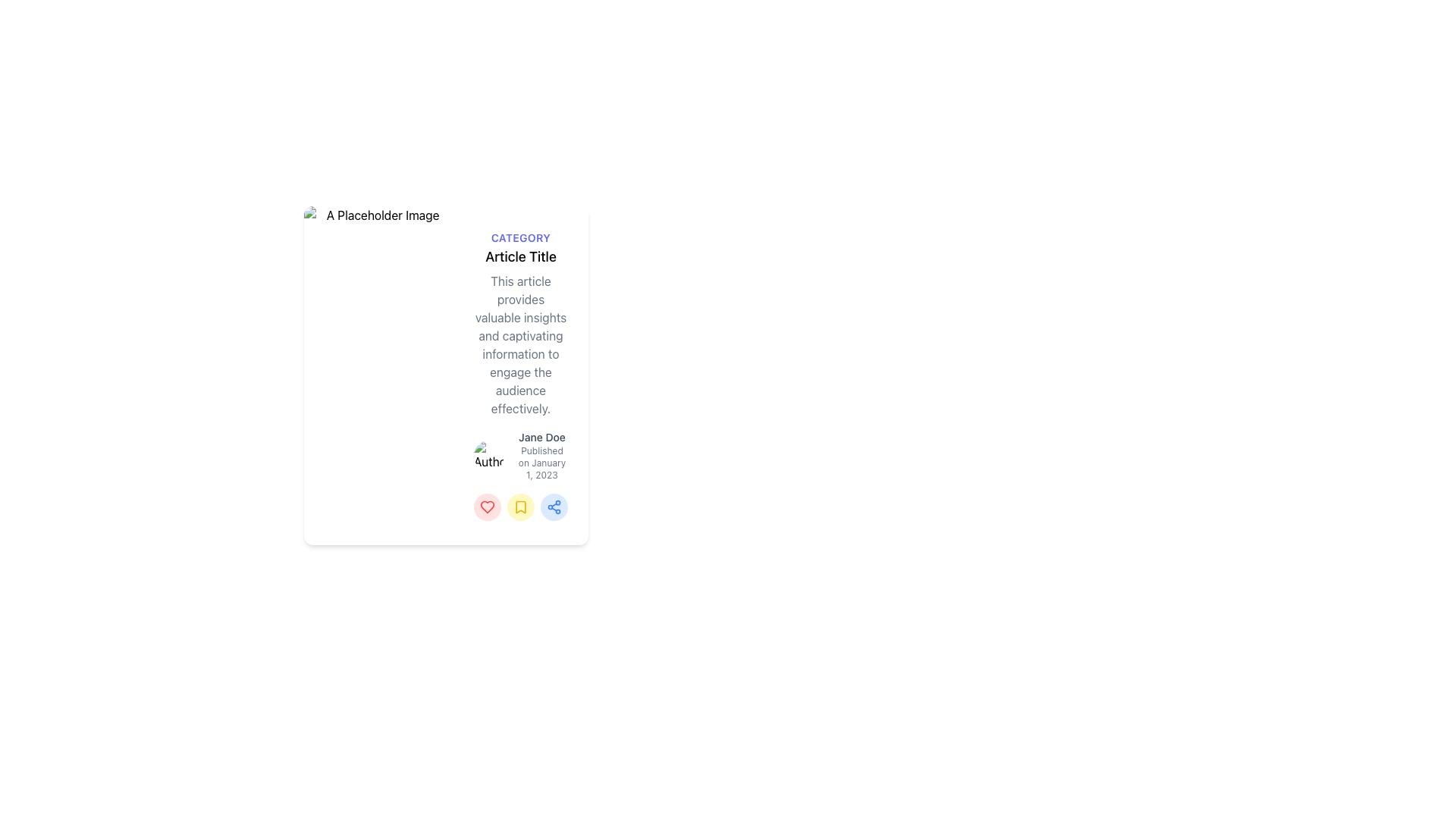 Image resolution: width=1456 pixels, height=819 pixels. I want to click on the middle button located beneath the article content to initiate bookmarking, which is surrounded by a heart symbol button on the left and a share symbol button on the right, so click(520, 506).